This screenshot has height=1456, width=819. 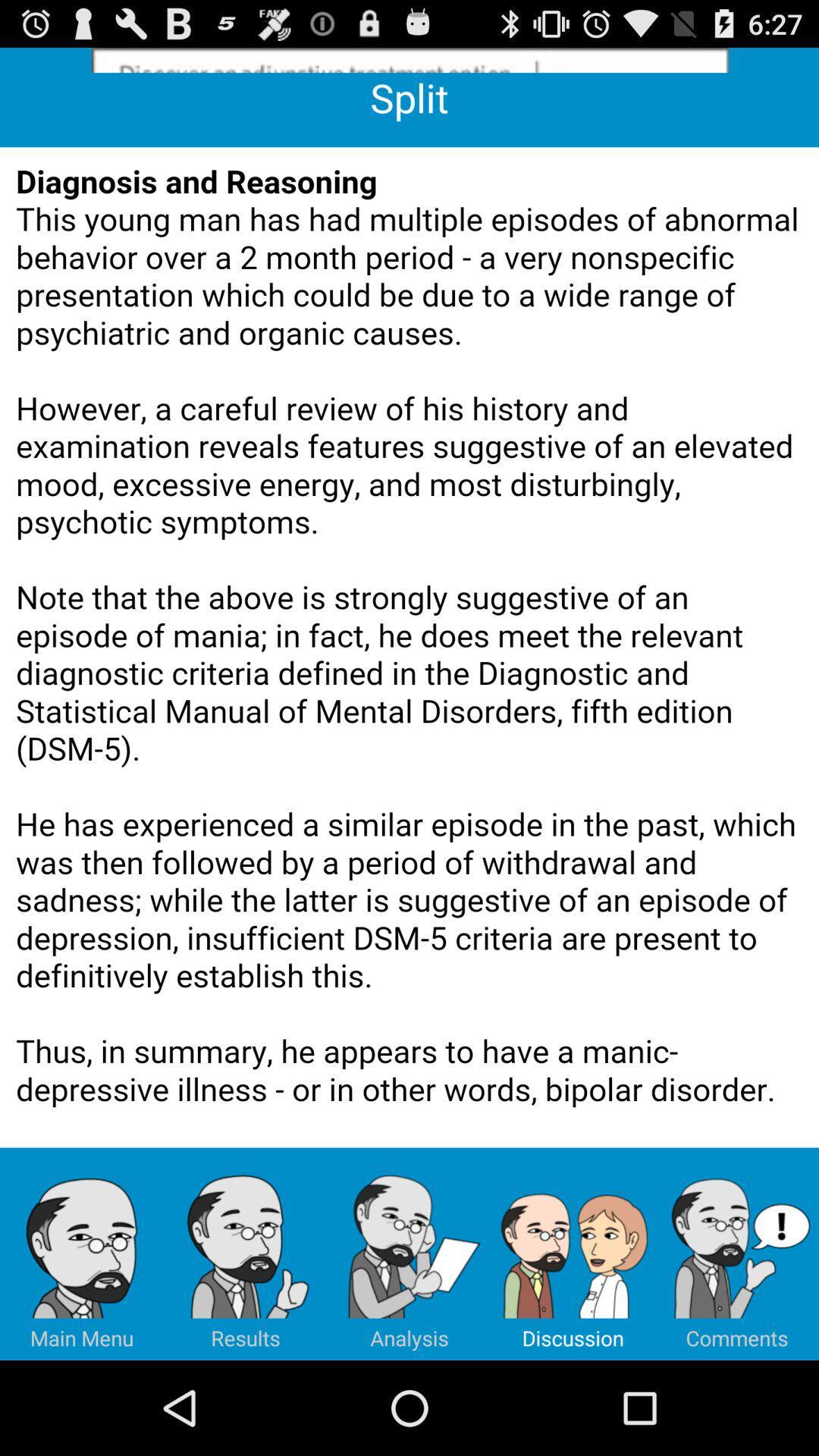 What do you see at coordinates (409, 60) in the screenshot?
I see `advertisement` at bounding box center [409, 60].